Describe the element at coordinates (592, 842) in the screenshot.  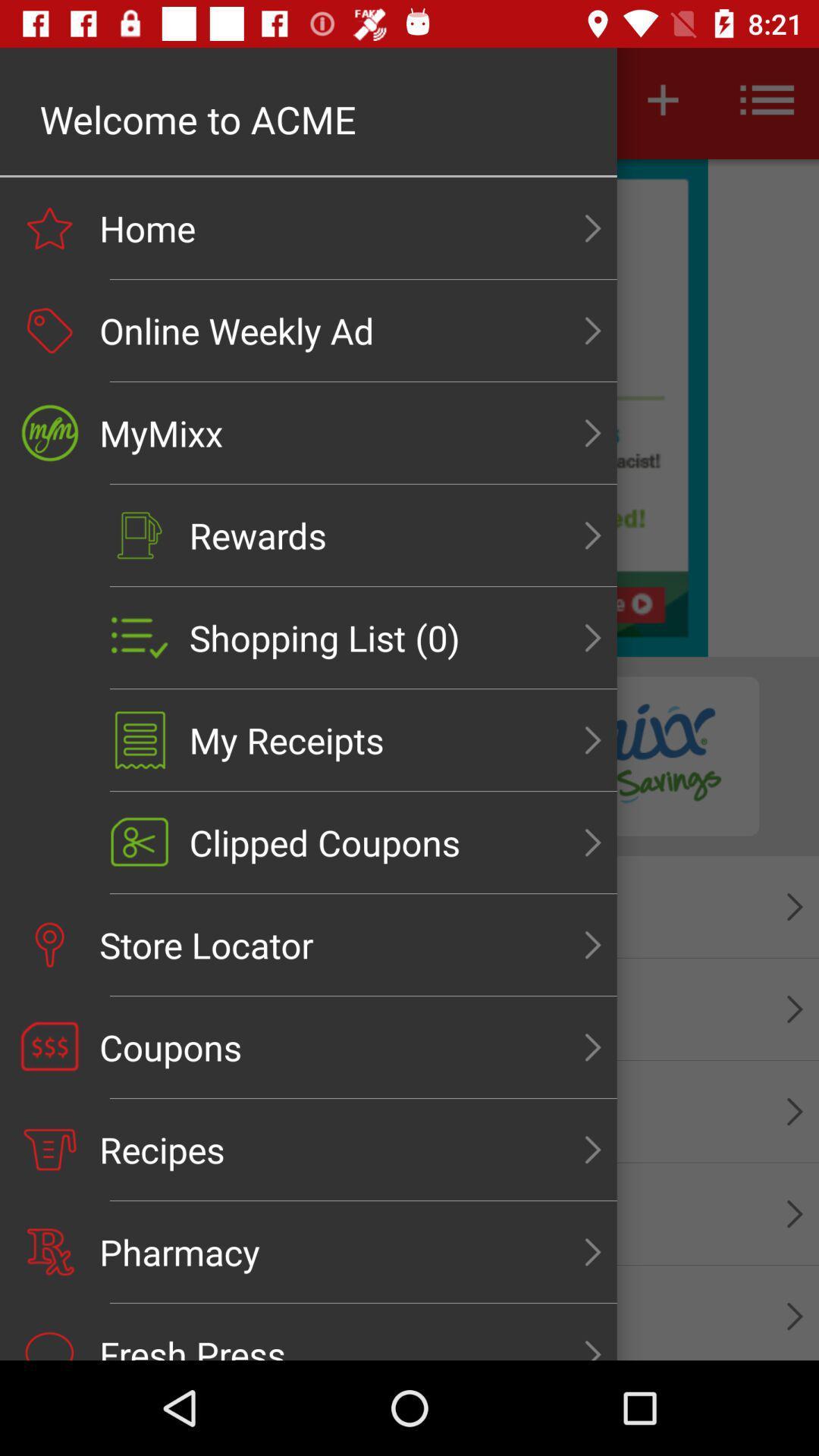
I see `the seventh right scroll` at that location.